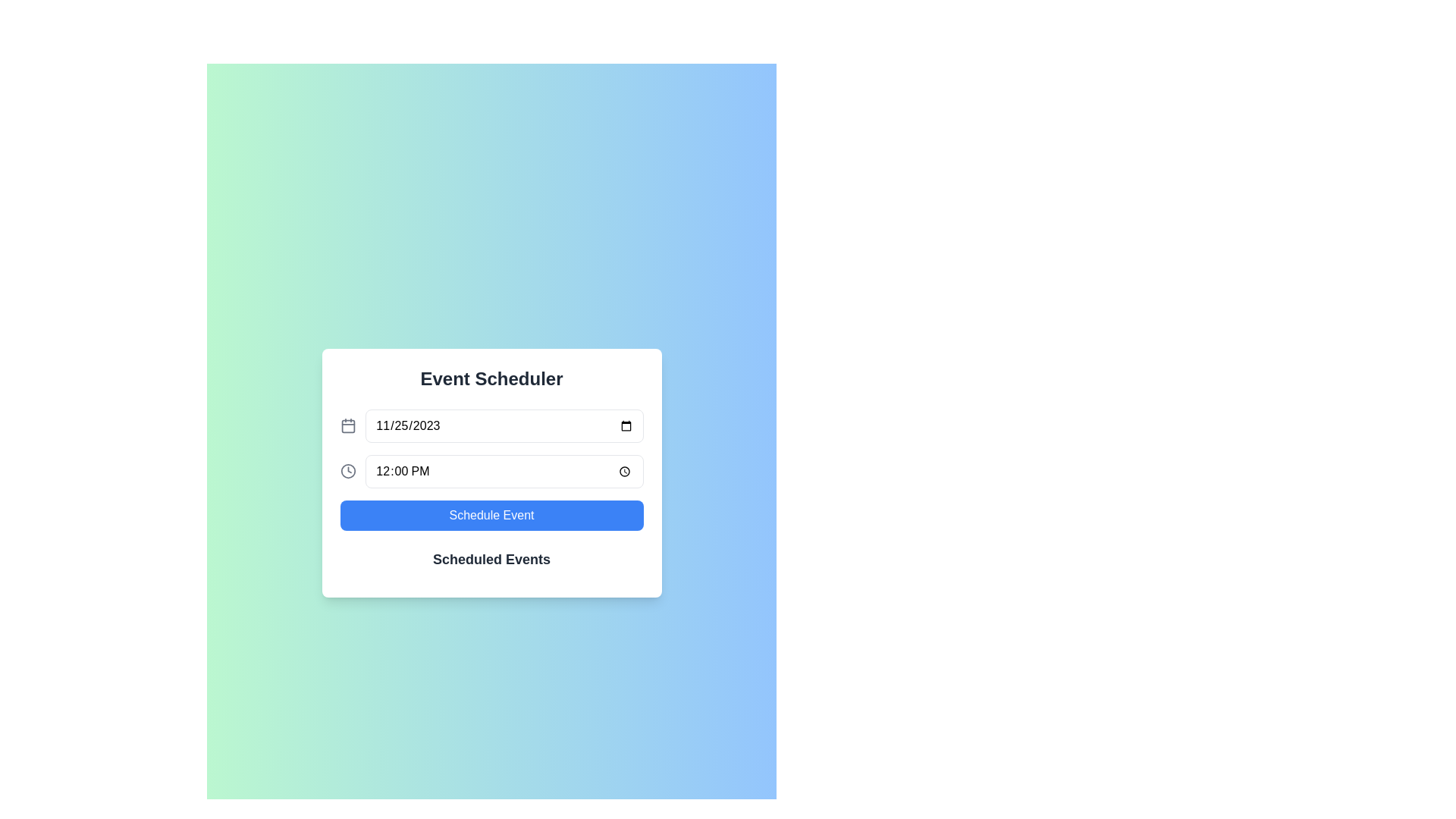  Describe the element at coordinates (491, 559) in the screenshot. I see `the text label 'Scheduled Events' that is styled in bold font and located below the button 'Schedule Event' inside a white card` at that location.